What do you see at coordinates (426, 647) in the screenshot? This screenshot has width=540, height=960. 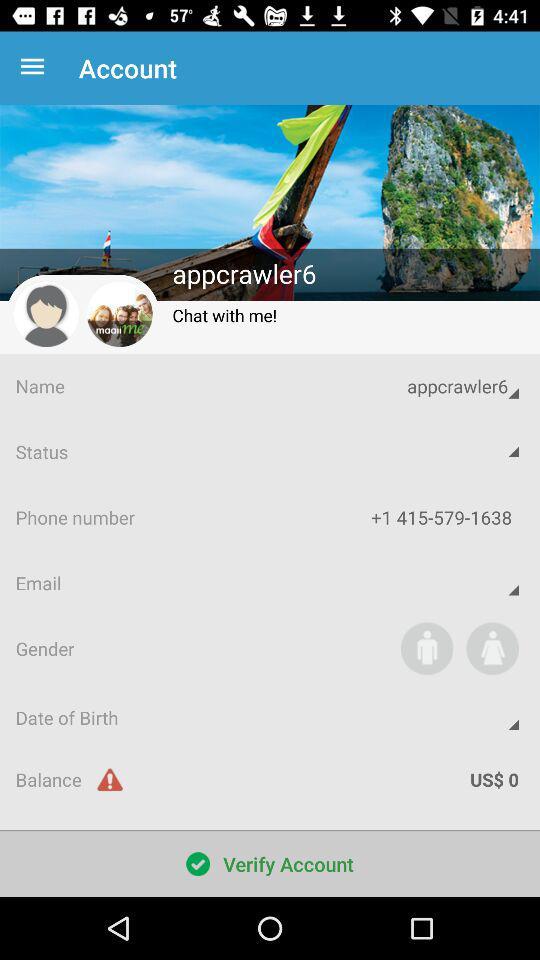 I see `male` at bounding box center [426, 647].